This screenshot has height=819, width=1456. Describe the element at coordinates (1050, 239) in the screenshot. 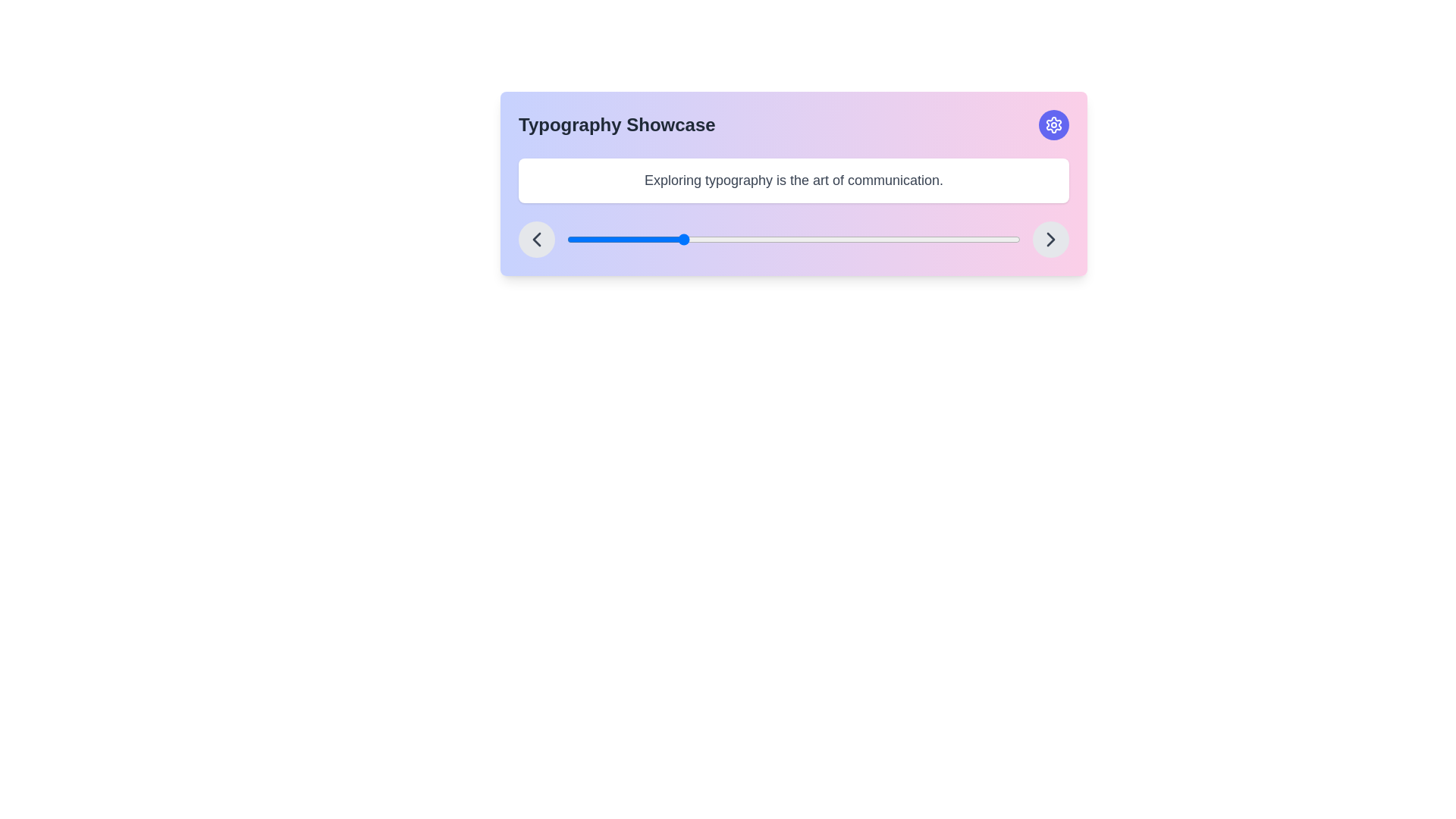

I see `the right-pointing chevron arrow SVG graphic nested within a circular button in the lower-right corner of the card` at that location.